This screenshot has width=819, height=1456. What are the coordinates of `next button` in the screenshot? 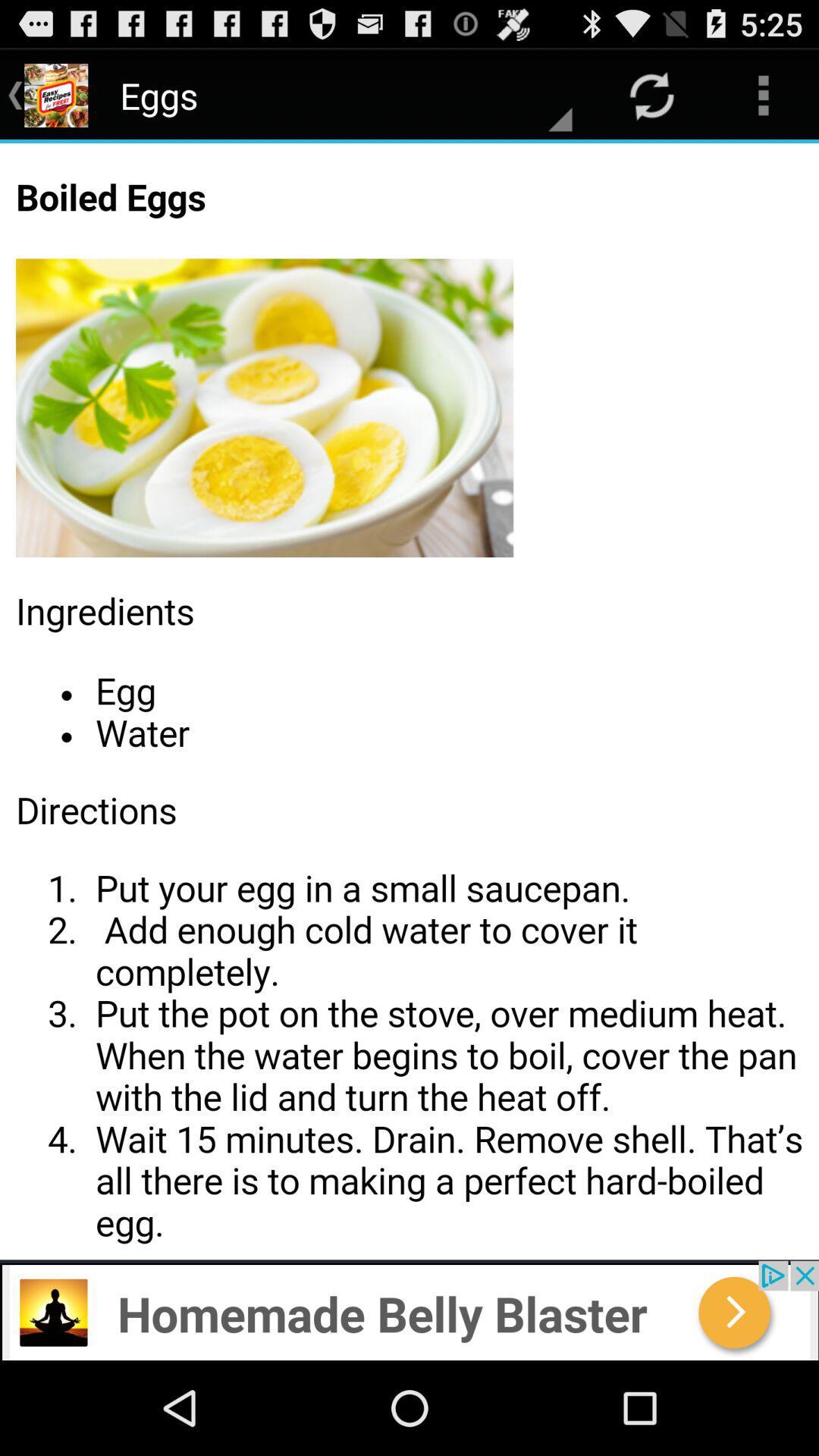 It's located at (409, 1310).